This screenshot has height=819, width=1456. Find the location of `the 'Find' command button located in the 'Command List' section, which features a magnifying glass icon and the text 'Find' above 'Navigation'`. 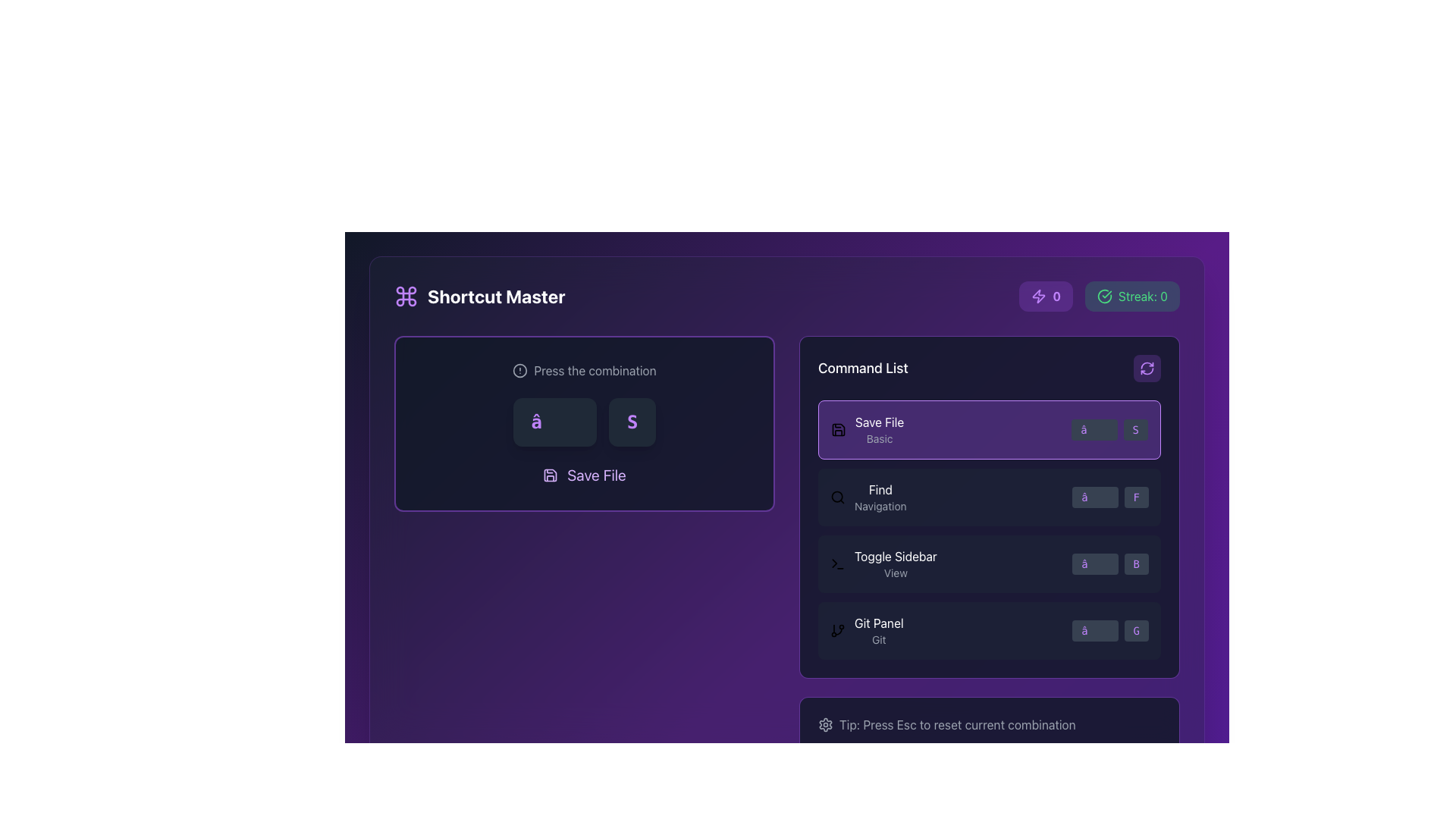

the 'Find' command button located in the 'Command List' section, which features a magnifying glass icon and the text 'Find' above 'Navigation' is located at coordinates (868, 497).